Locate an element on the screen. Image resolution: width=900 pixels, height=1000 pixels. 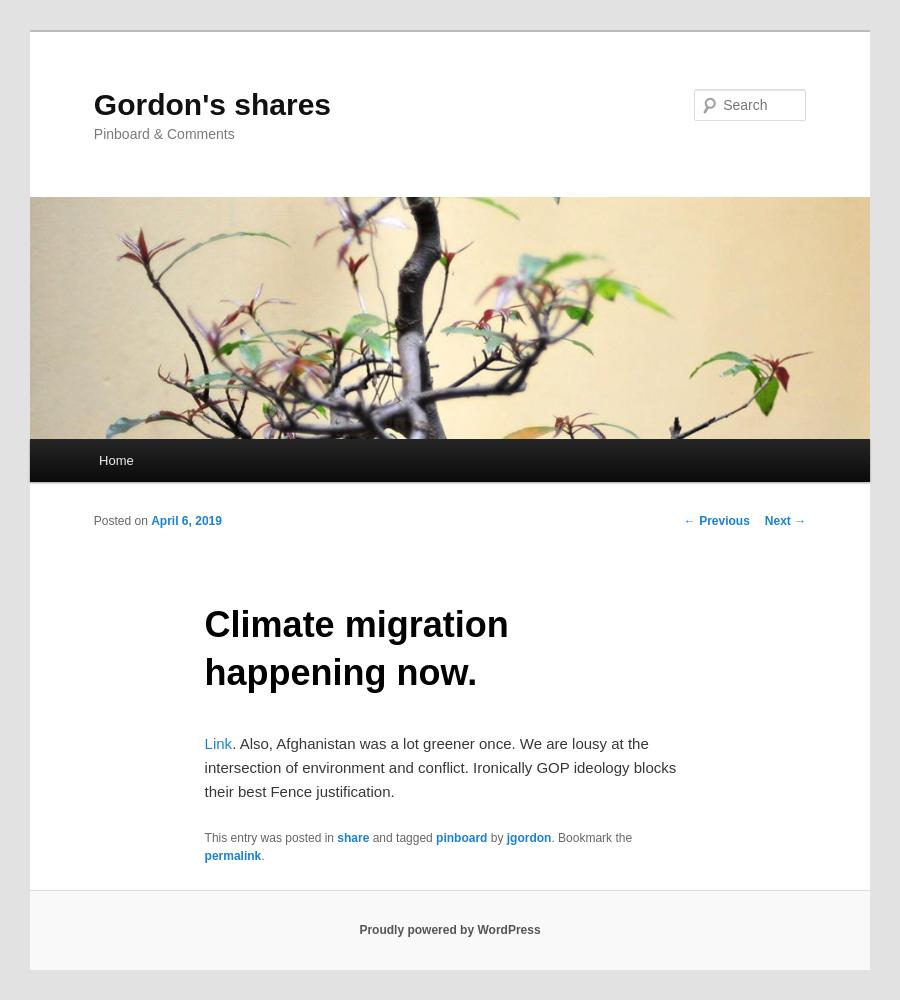
'Link' is located at coordinates (217, 741).